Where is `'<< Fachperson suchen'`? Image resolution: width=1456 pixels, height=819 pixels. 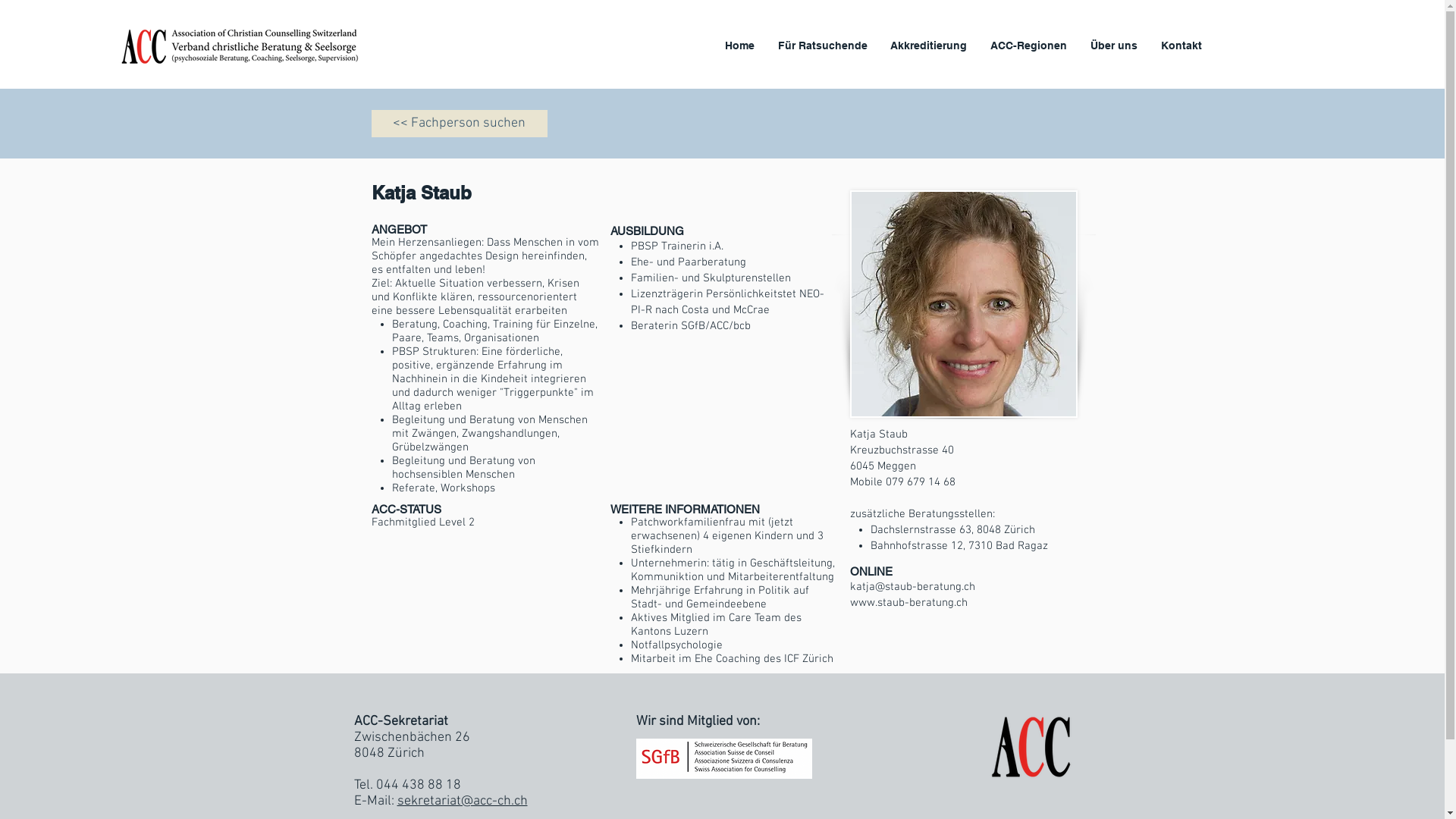 '<< Fachperson suchen' is located at coordinates (458, 122).